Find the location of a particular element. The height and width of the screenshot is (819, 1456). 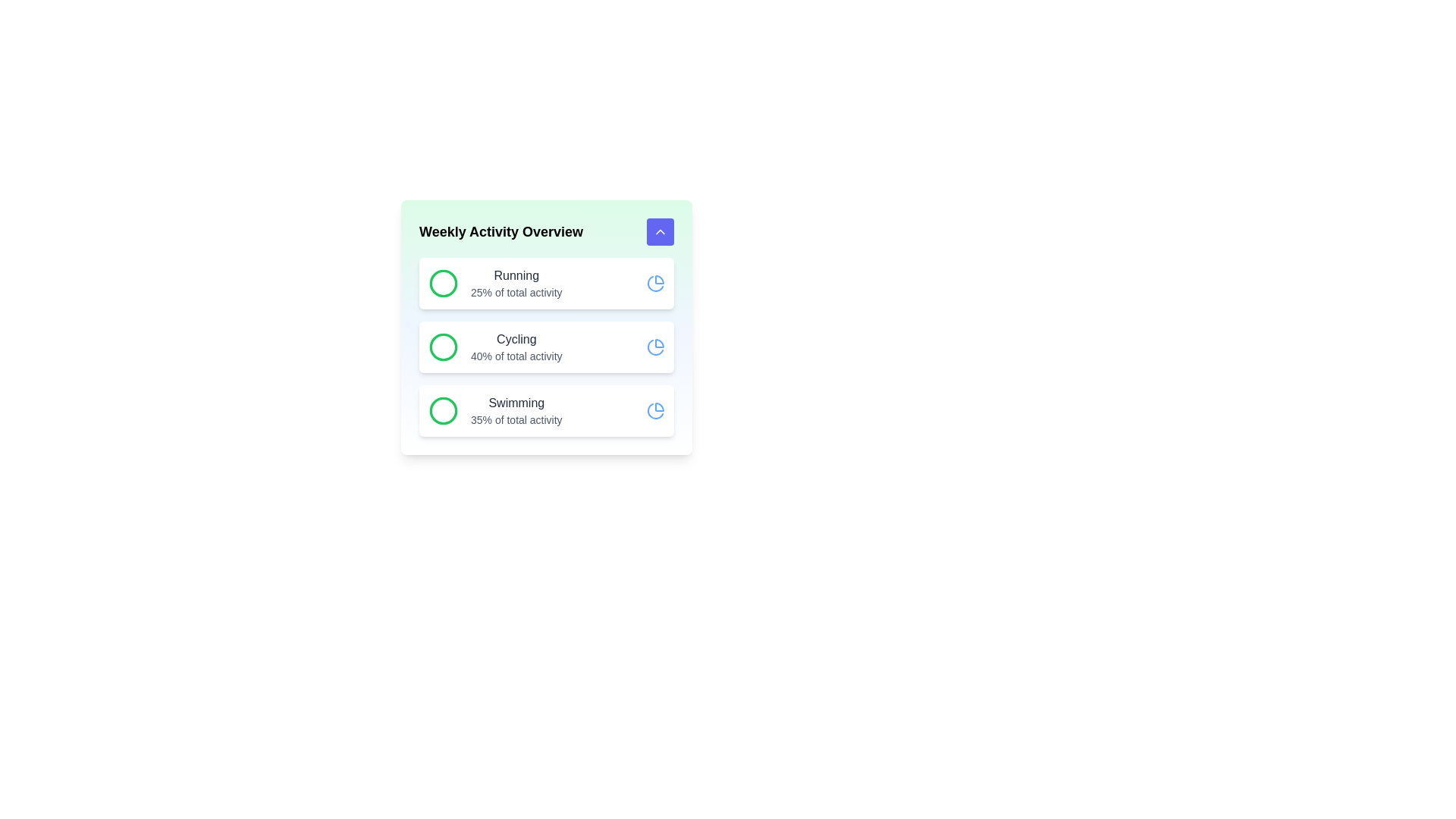

the Information display block that provides details about the activity 'Swimming' and its contribution of '35% of total activity' is located at coordinates (516, 411).